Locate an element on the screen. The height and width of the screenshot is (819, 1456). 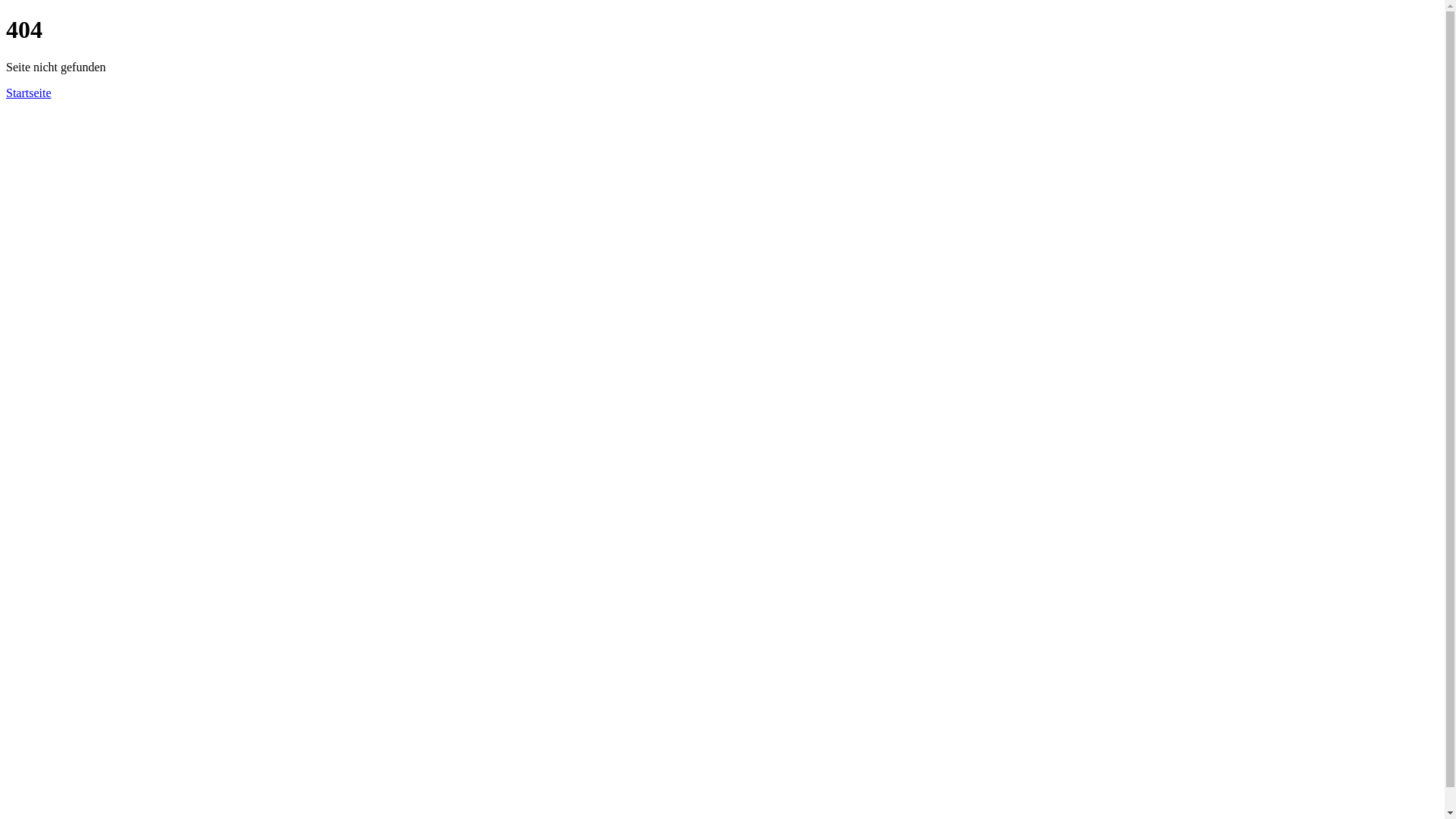
'Startseite' is located at coordinates (29, 93).